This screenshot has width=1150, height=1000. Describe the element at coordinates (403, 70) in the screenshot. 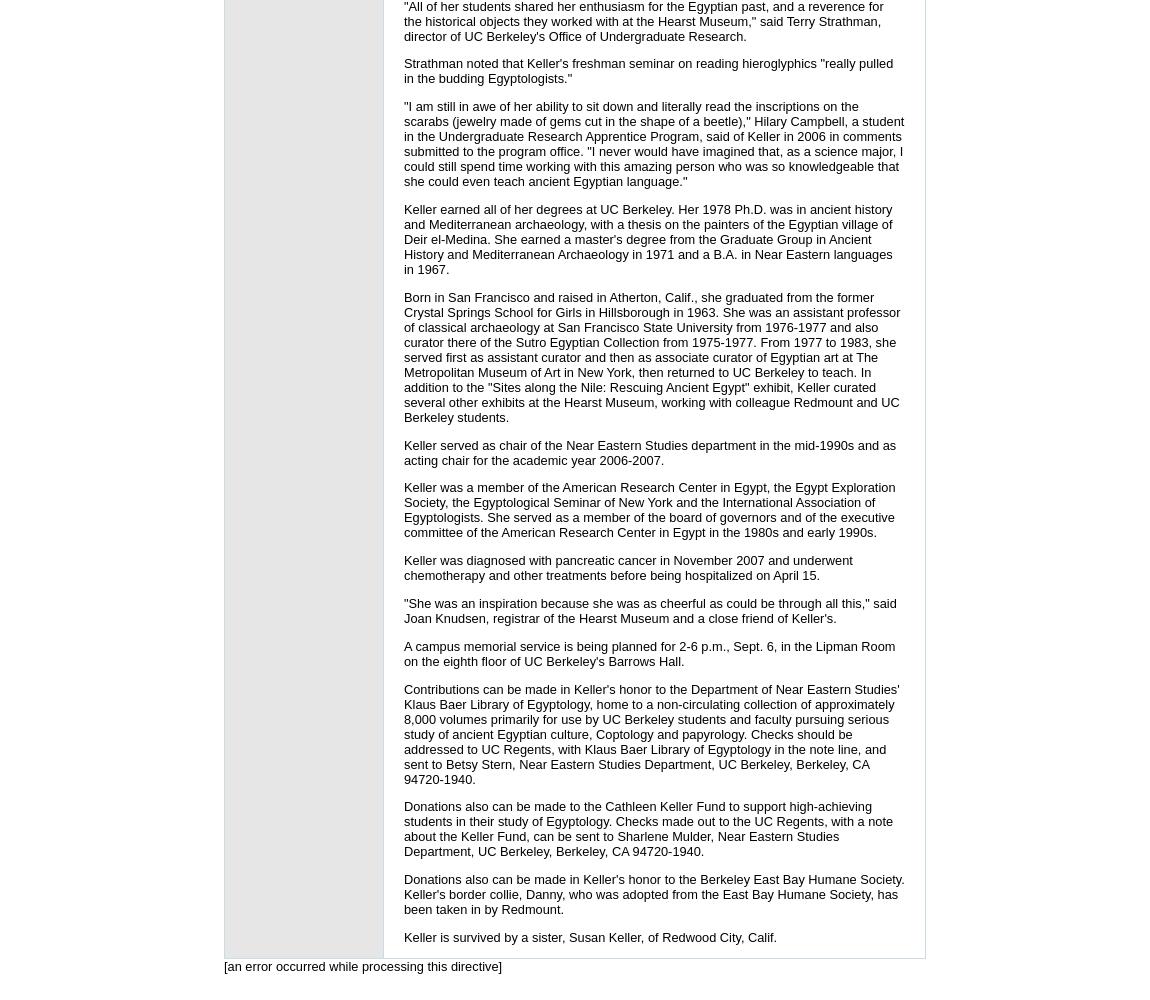

I see `'Strathman noted that Keller's freshman seminar on reading hieroglyphics "really pulled in the budding Egyptologists."'` at that location.